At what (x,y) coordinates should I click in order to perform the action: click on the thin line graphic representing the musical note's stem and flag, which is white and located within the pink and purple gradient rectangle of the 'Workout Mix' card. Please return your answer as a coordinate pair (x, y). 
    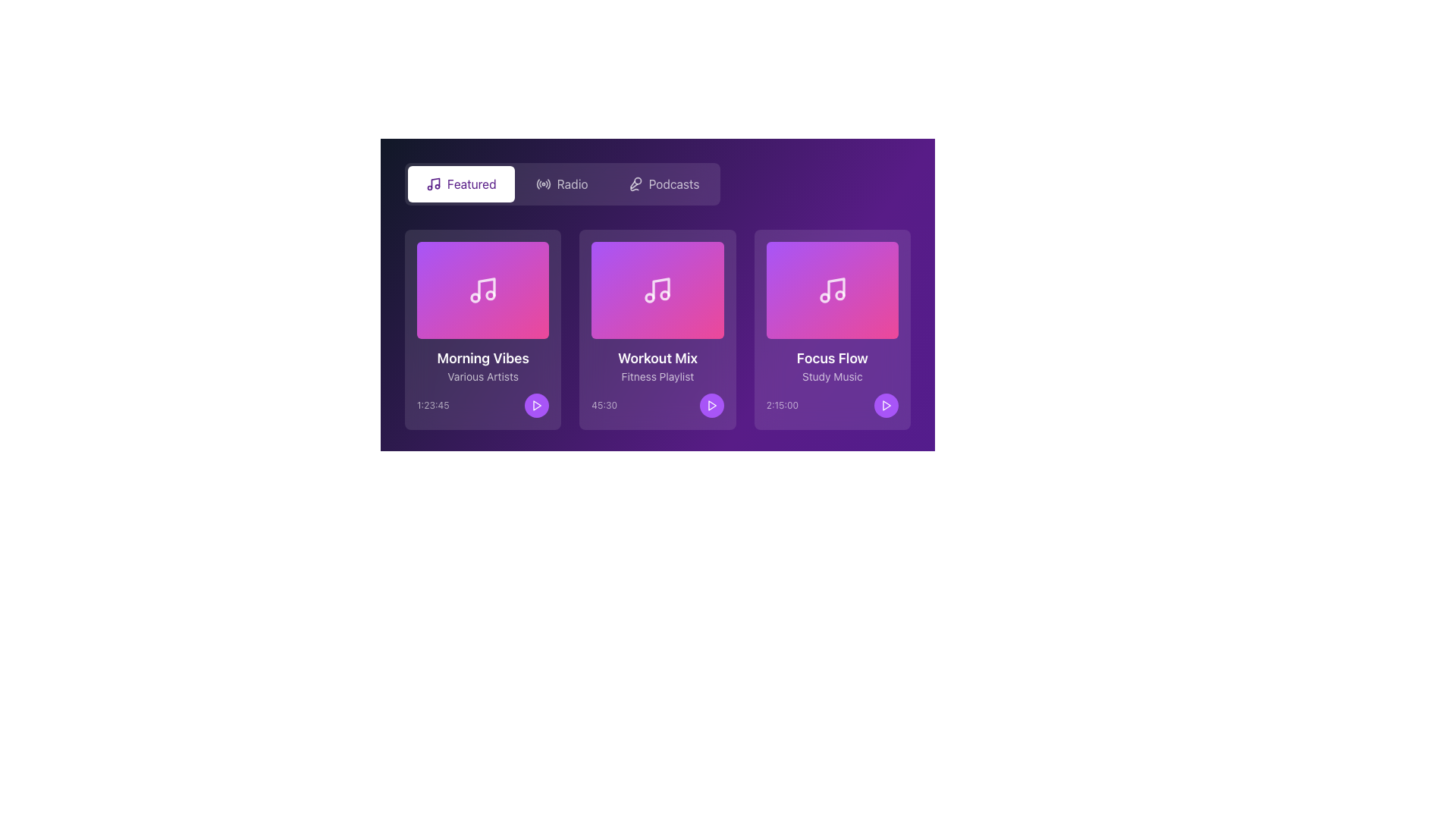
    Looking at the image, I should click on (661, 288).